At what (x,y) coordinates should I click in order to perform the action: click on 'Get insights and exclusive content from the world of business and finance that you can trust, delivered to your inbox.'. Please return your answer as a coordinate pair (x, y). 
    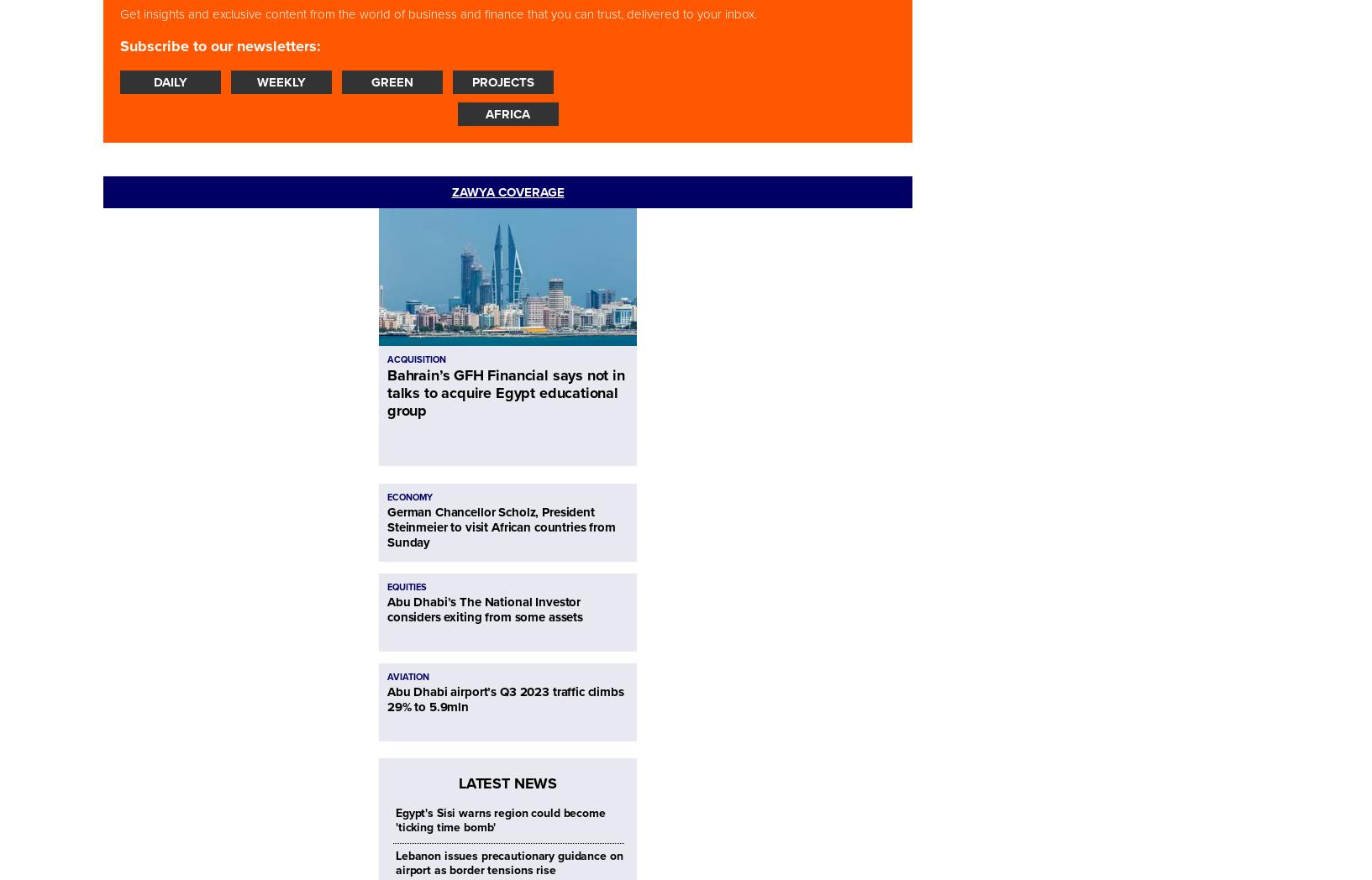
    Looking at the image, I should click on (439, 13).